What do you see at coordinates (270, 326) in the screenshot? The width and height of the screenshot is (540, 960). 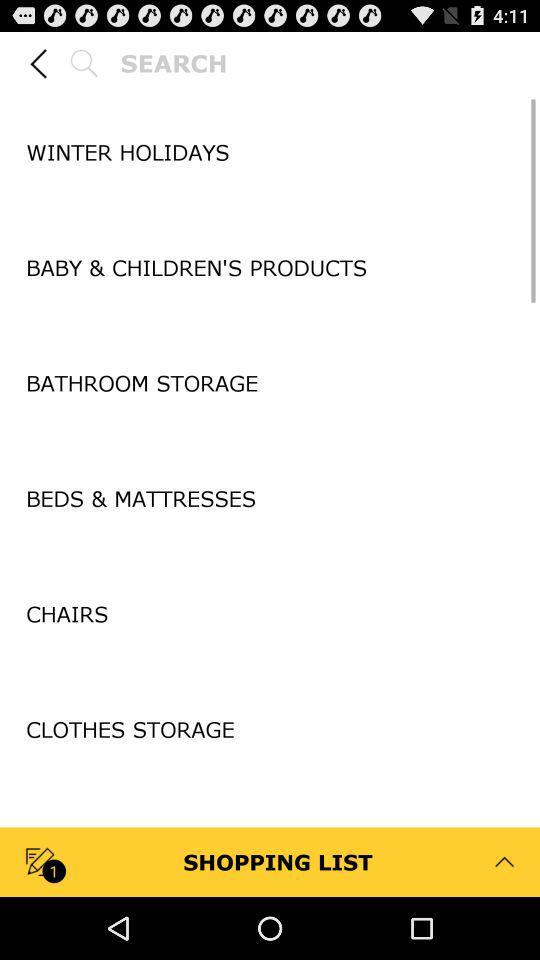 I see `item above the bathroom storage item` at bounding box center [270, 326].